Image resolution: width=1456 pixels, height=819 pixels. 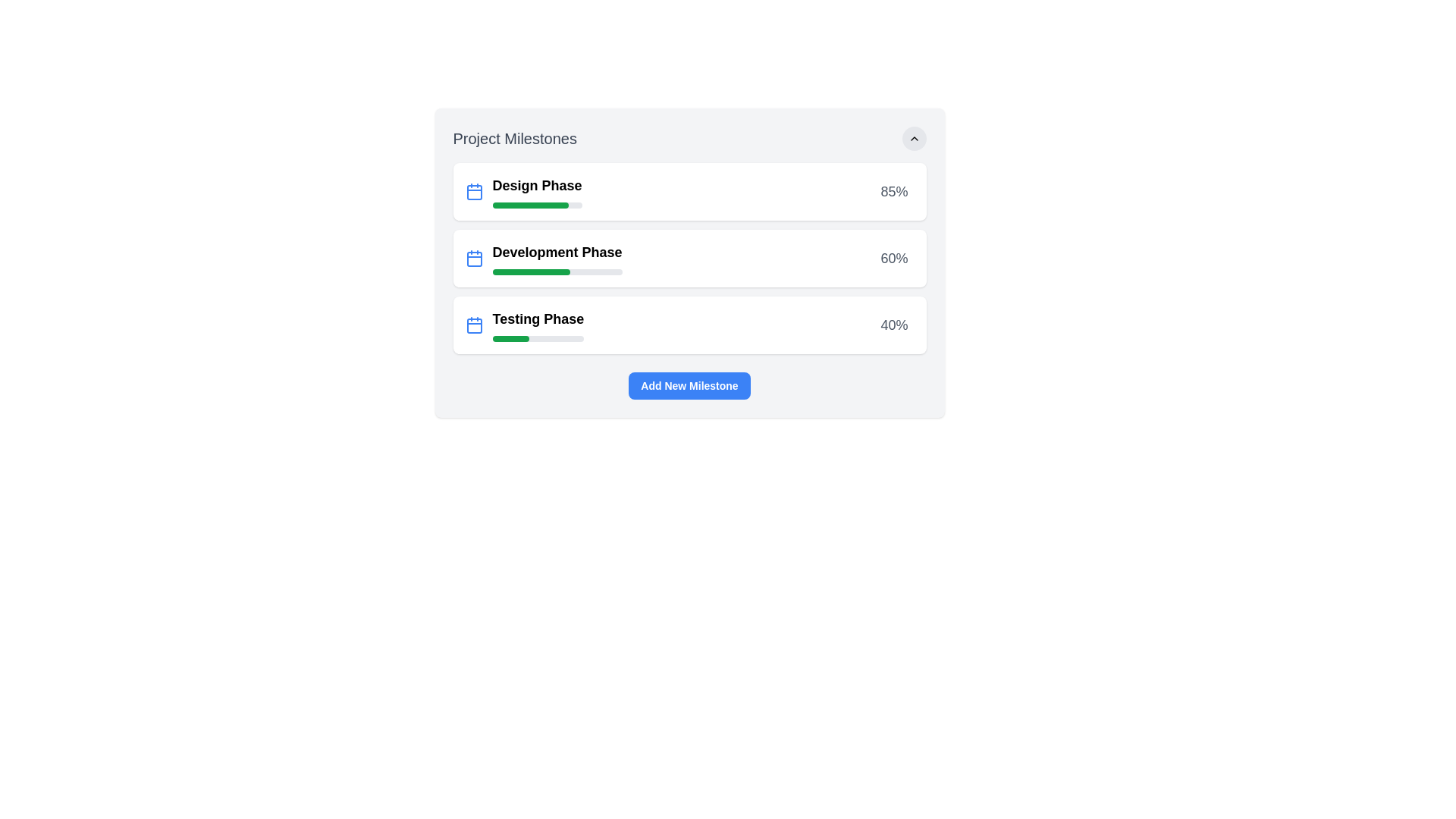 What do you see at coordinates (689, 324) in the screenshot?
I see `the progress bar of the 'Testing Phase' information card, which indicates 40% completion and is the third card in the 'Project Milestones' section` at bounding box center [689, 324].